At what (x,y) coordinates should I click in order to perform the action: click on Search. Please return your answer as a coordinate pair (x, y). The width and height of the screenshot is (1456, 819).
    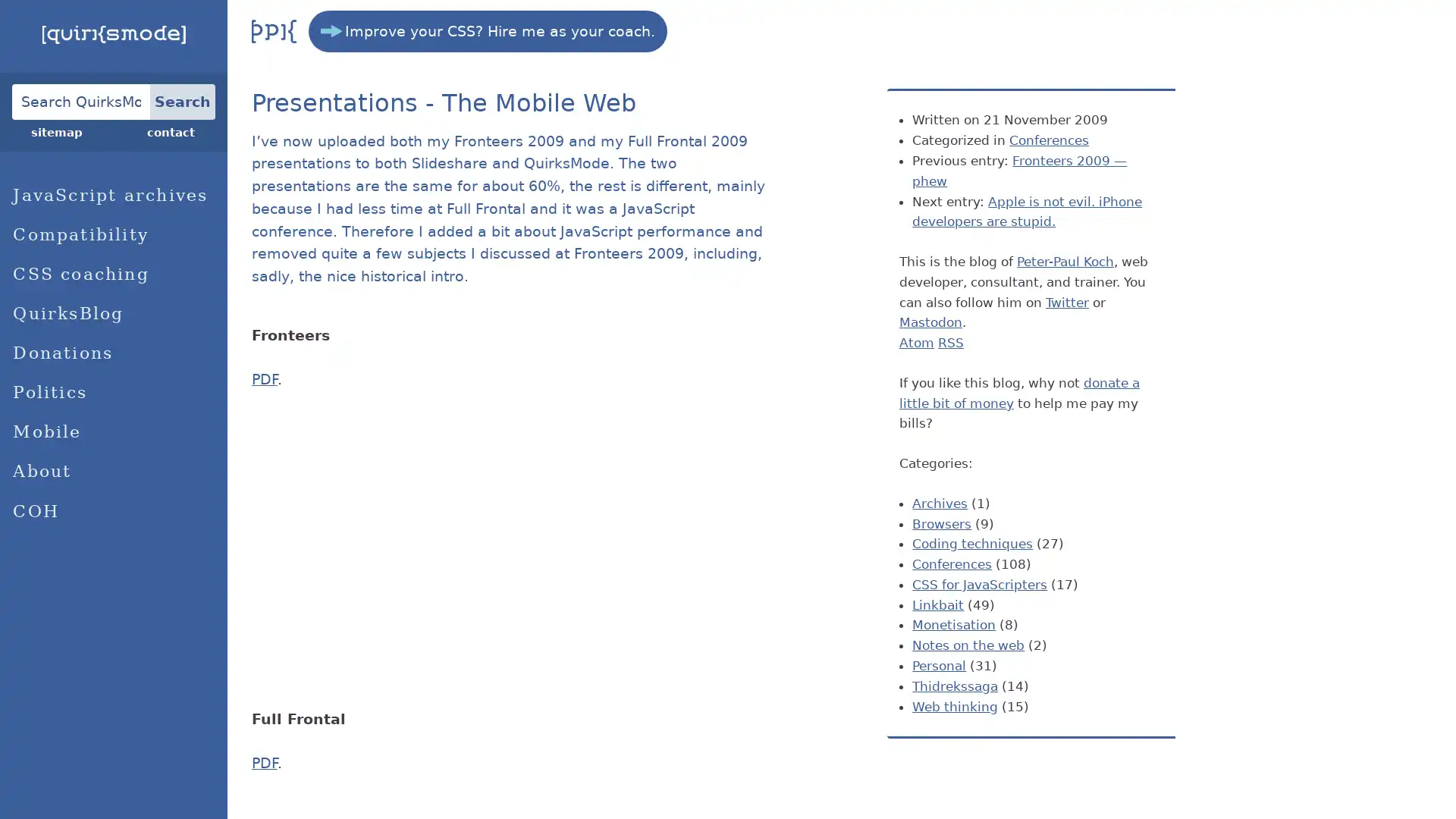
    Looking at the image, I should click on (182, 101).